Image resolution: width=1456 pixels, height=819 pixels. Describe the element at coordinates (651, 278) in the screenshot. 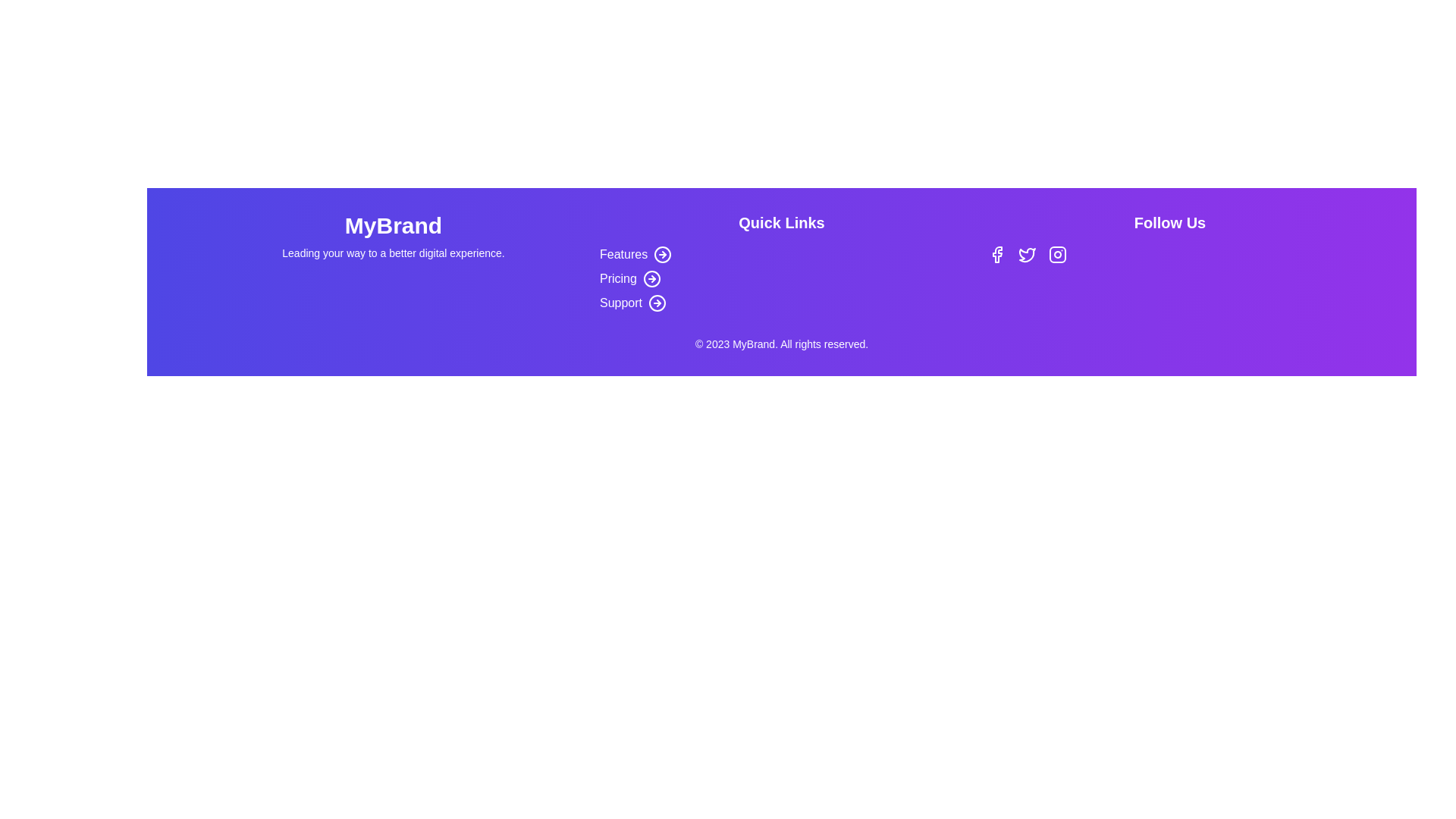

I see `the decorative navigational icon located to the right of the 'Pricing' text in the 'Quick Links' section` at that location.